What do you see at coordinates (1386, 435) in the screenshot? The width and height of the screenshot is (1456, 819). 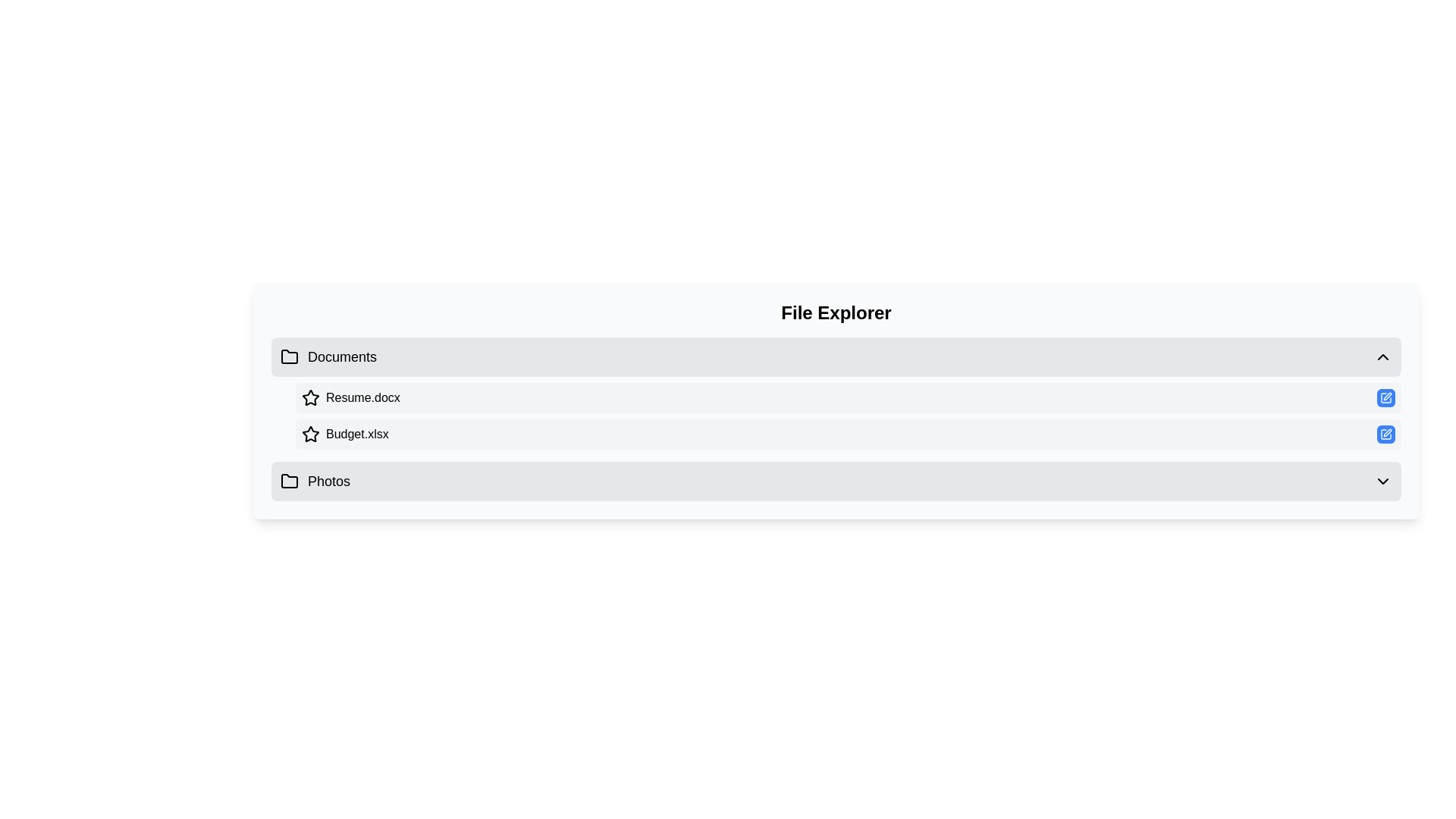 I see `the action button located at the top right corner of the row labeled 'Budget.xlsx' to initiate an action` at bounding box center [1386, 435].